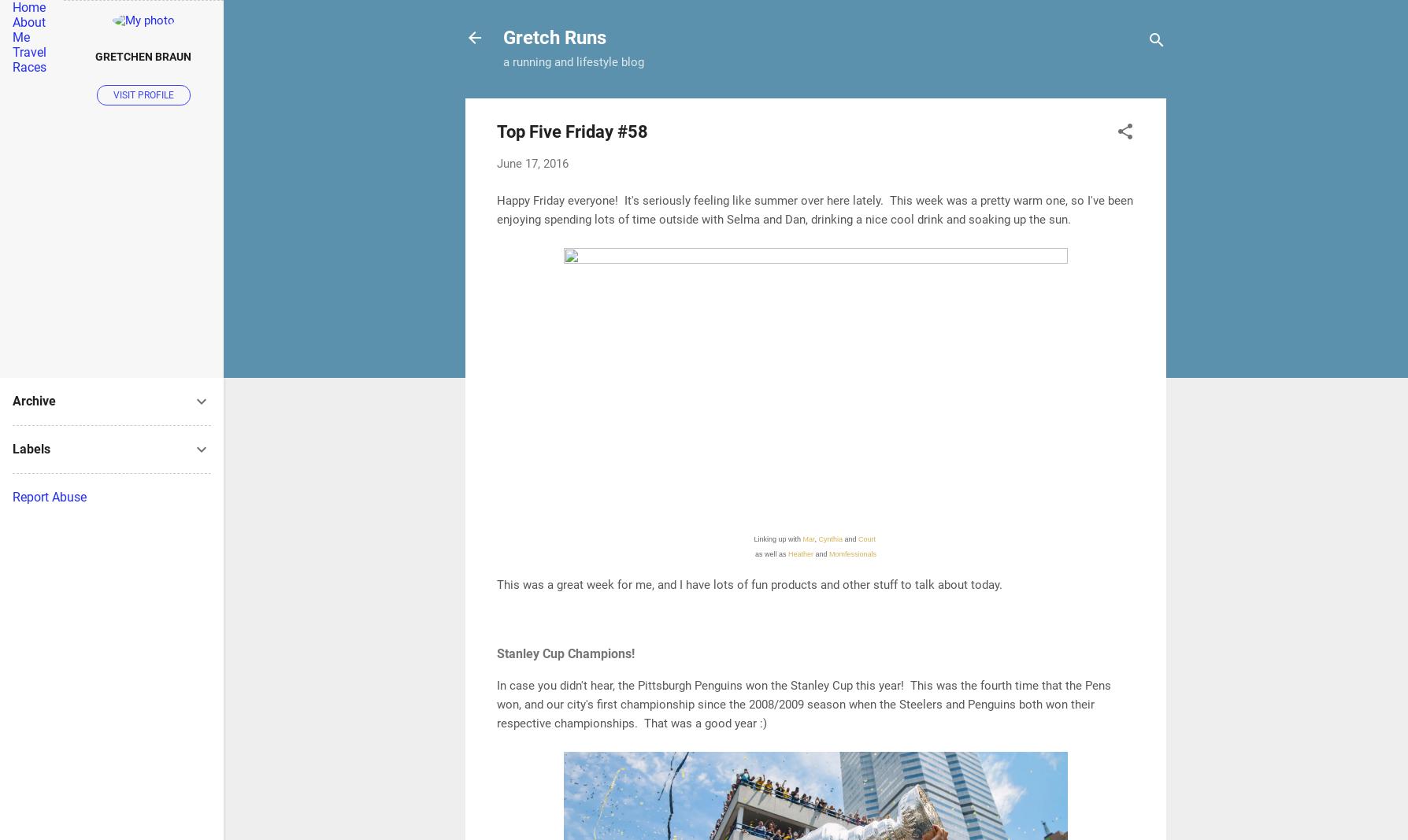  Describe the element at coordinates (852, 553) in the screenshot. I see `'Momfessionals'` at that location.